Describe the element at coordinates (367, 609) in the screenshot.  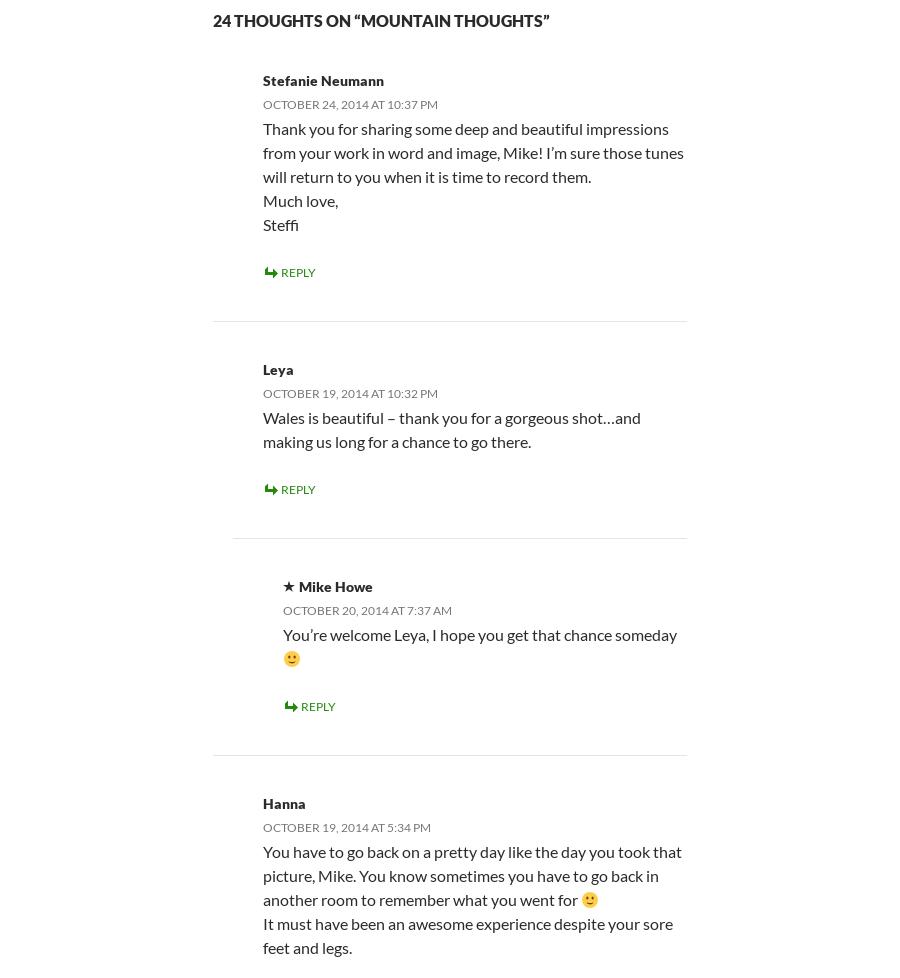
I see `'October 20, 2014 at 7:37 am'` at that location.